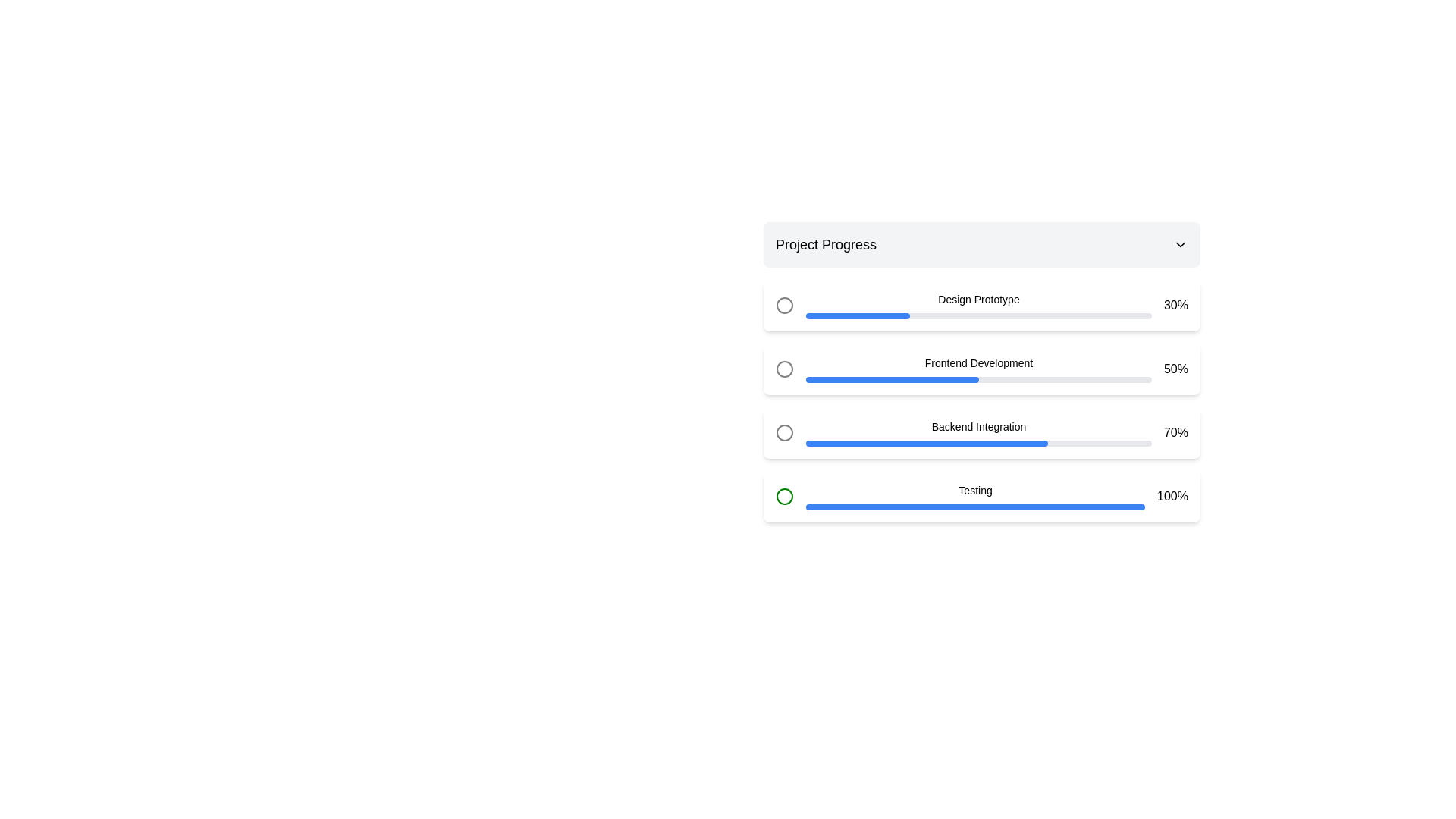  I want to click on the first progress tracker list item labeled 'Design Prototype' with 30% completion in the 'Project Progress' section, so click(982, 305).